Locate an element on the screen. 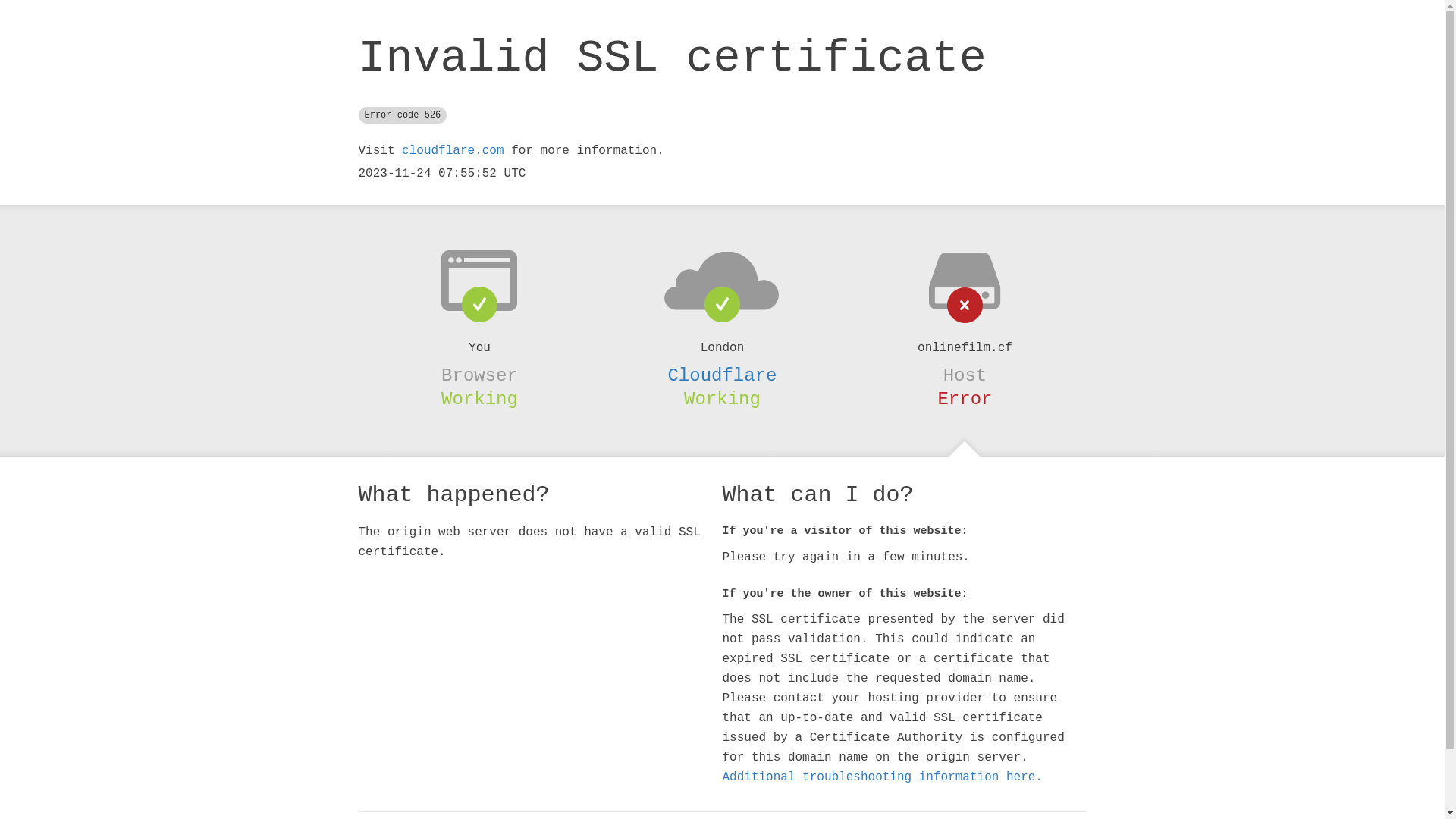  'cloudflare.com' is located at coordinates (451, 151).